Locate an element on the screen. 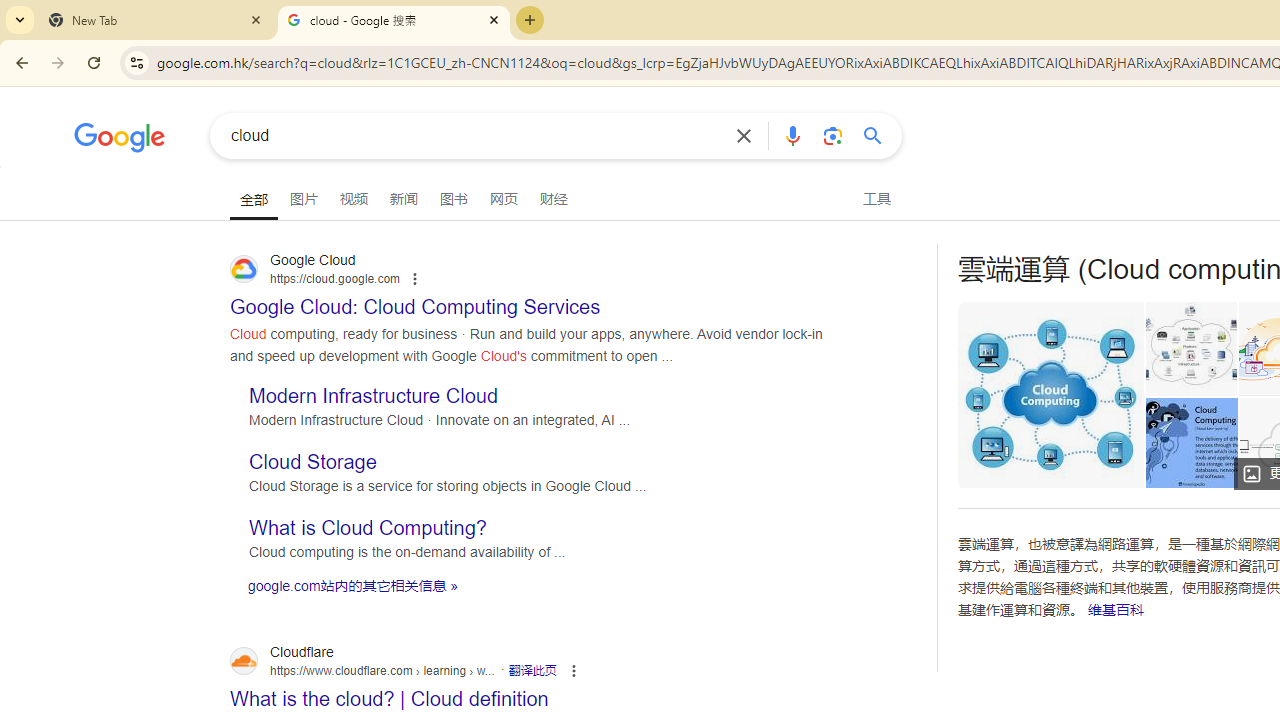 This screenshot has width=1280, height=720. 'Modern Infrastructure Cloud' is located at coordinates (374, 395).